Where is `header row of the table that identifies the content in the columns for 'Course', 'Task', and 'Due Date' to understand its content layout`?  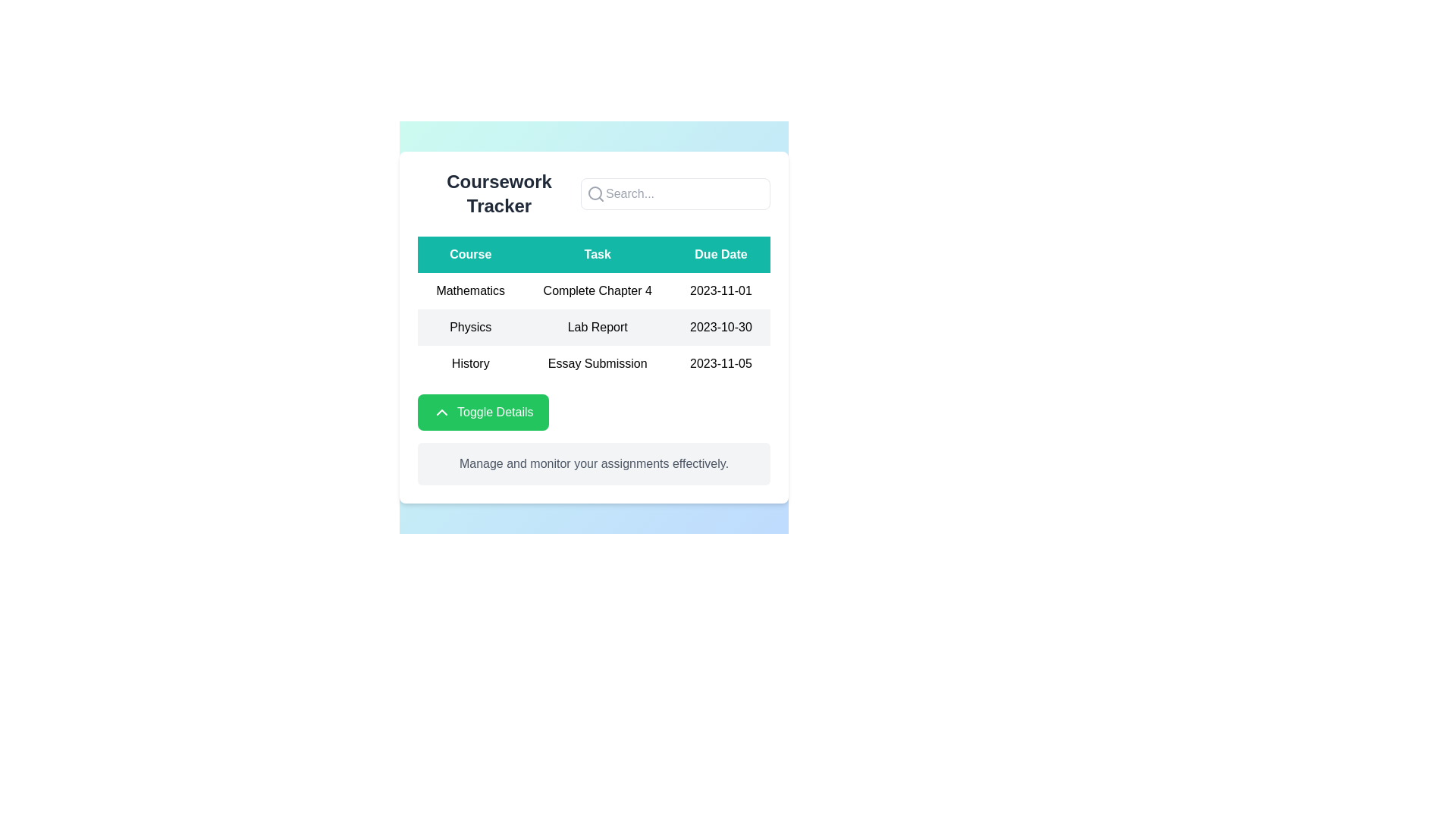
header row of the table that identifies the content in the columns for 'Course', 'Task', and 'Due Date' to understand its content layout is located at coordinates (593, 253).